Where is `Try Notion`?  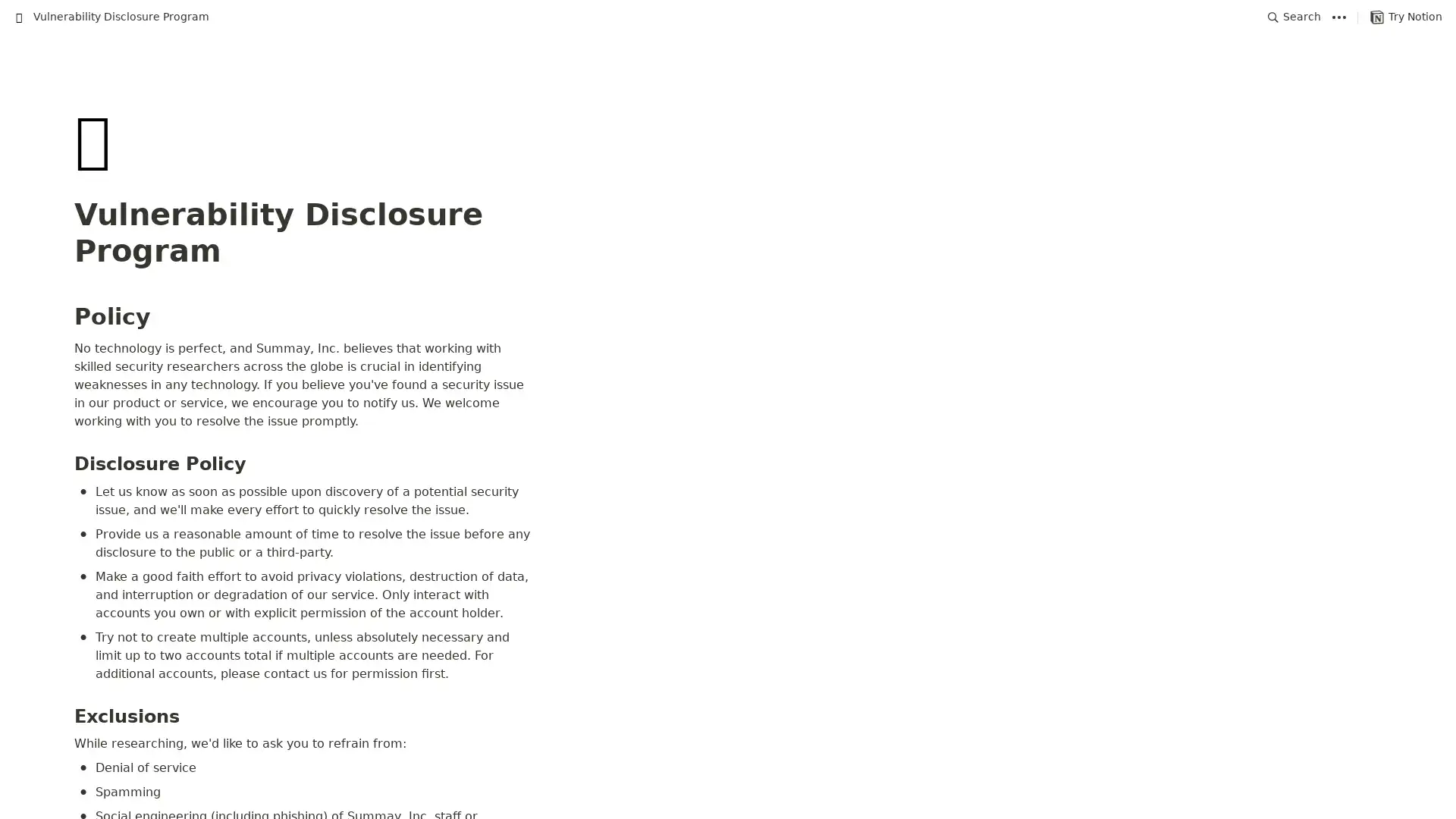
Try Notion is located at coordinates (1405, 17).